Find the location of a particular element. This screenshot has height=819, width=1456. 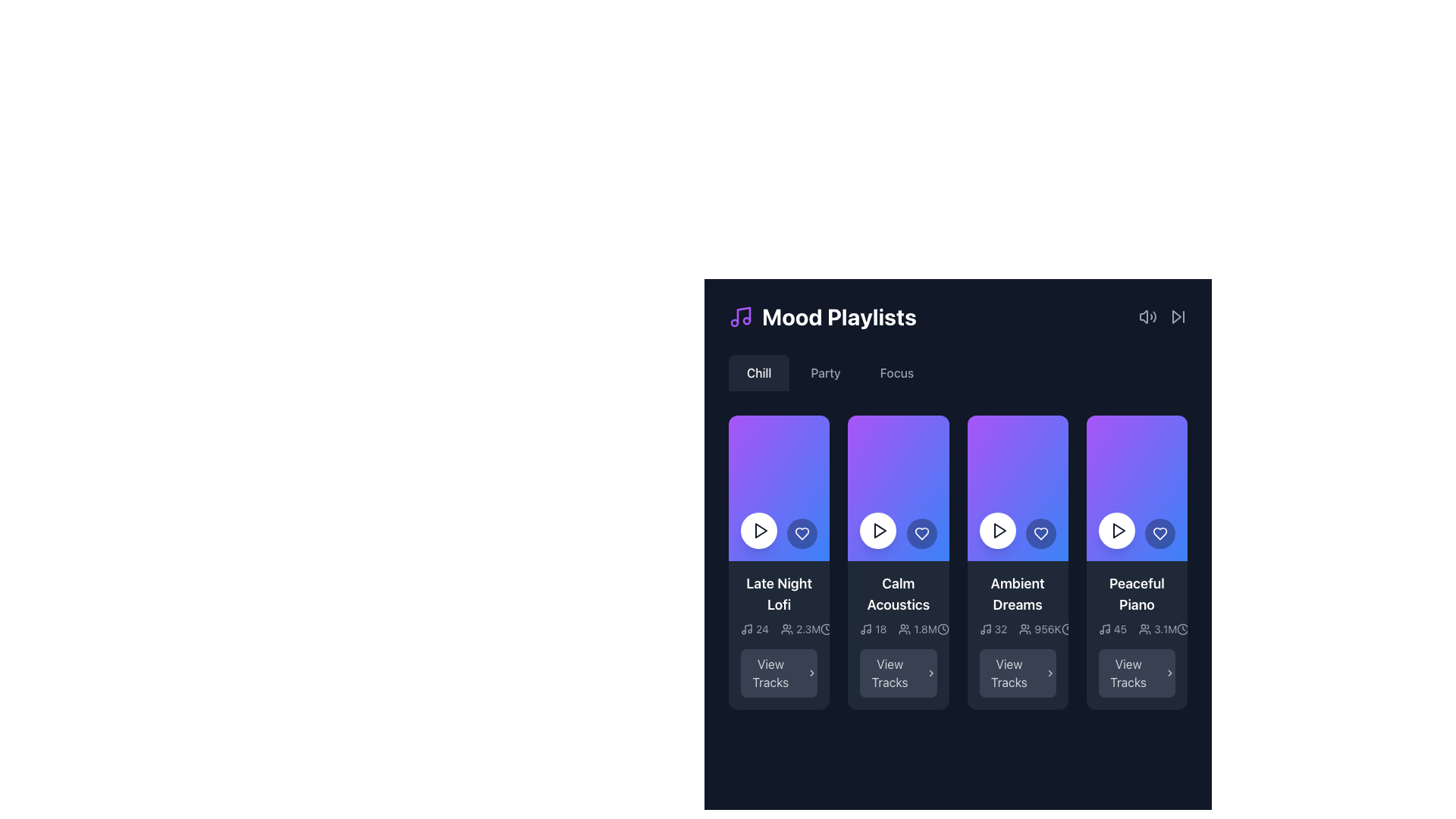

the user icon displayed next to the number of followers or listeners for the 'Ambient Dreams' playlist, located in the bottom section of the playlist card is located at coordinates (1040, 629).